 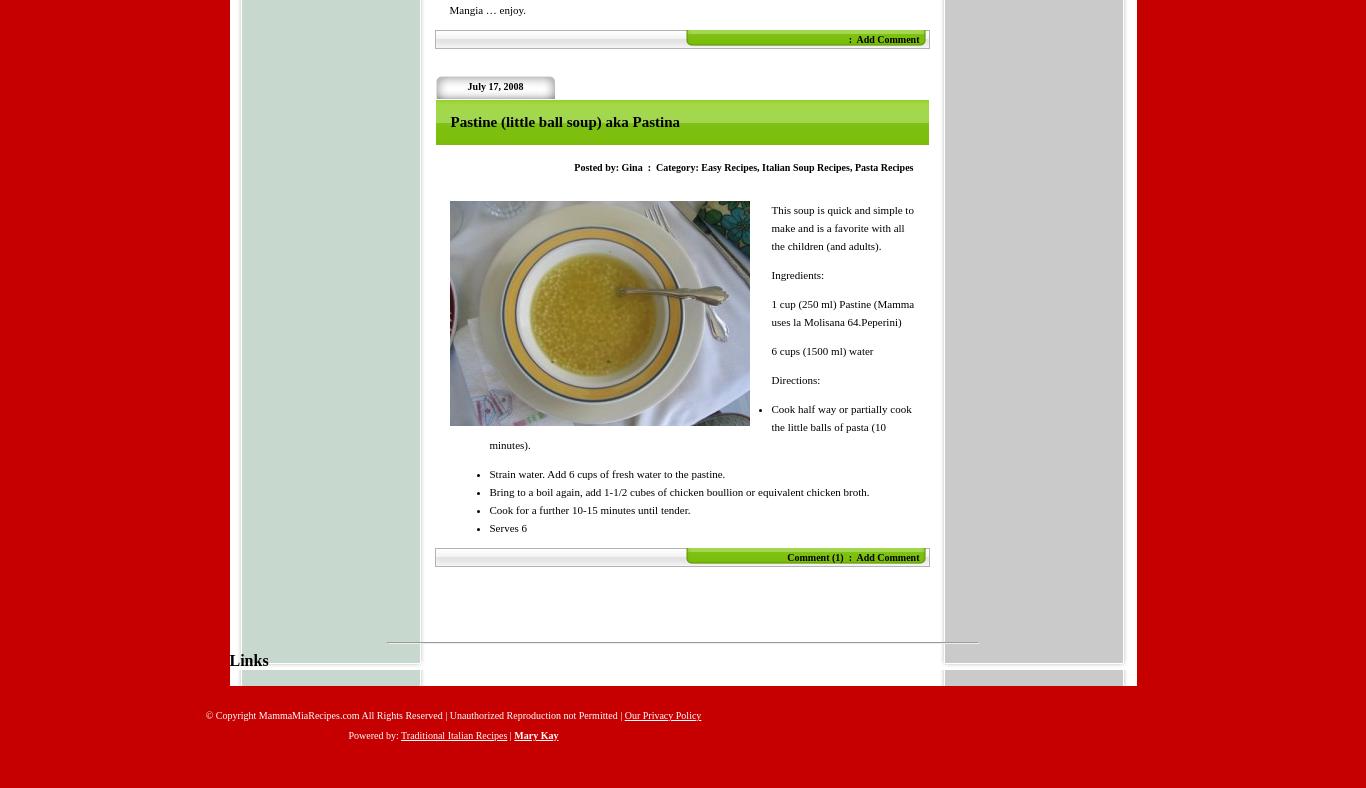 What do you see at coordinates (564, 121) in the screenshot?
I see `'Pastine (little ball soup) aka Pastina'` at bounding box center [564, 121].